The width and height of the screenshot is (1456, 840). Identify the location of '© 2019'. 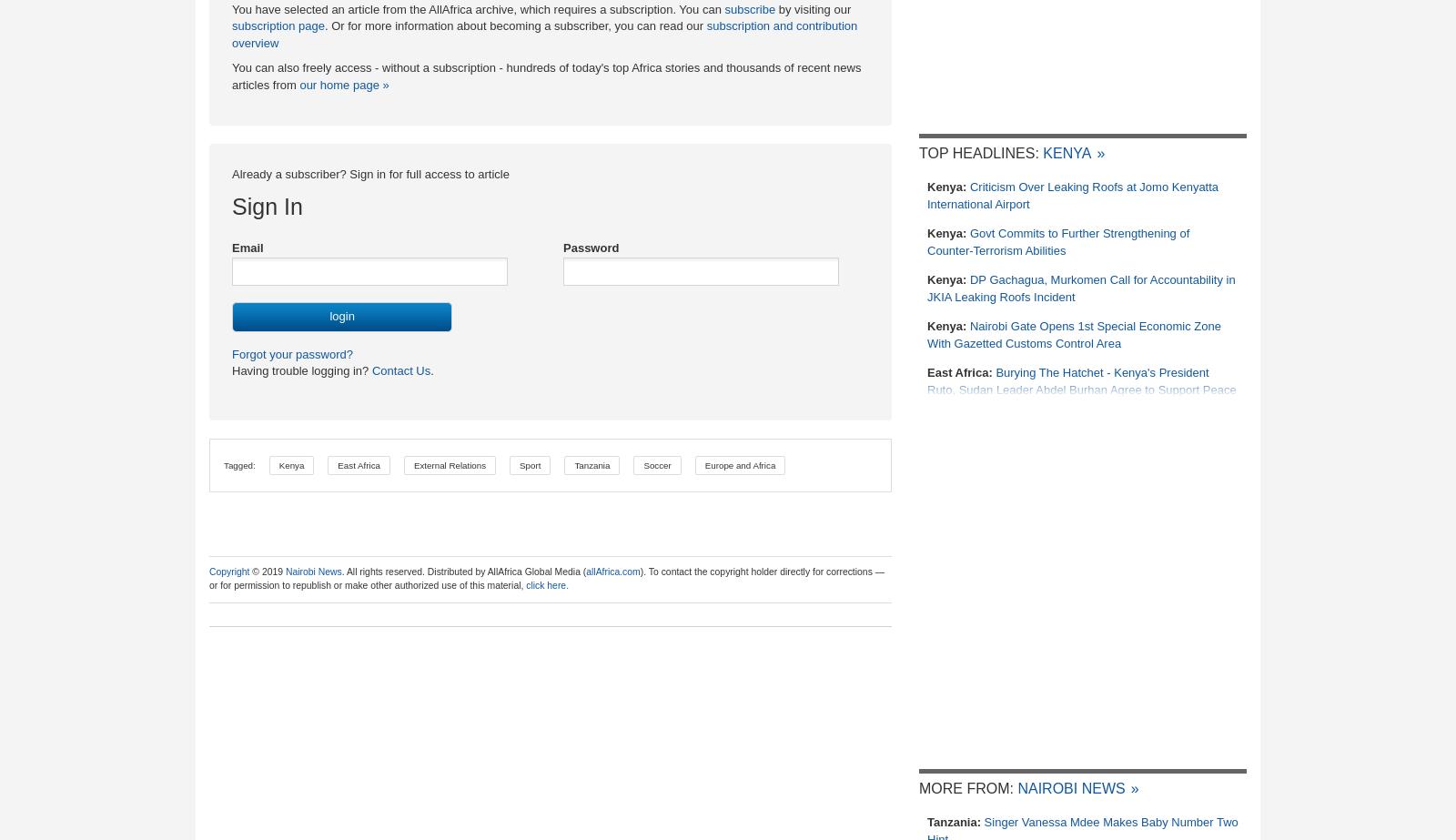
(249, 571).